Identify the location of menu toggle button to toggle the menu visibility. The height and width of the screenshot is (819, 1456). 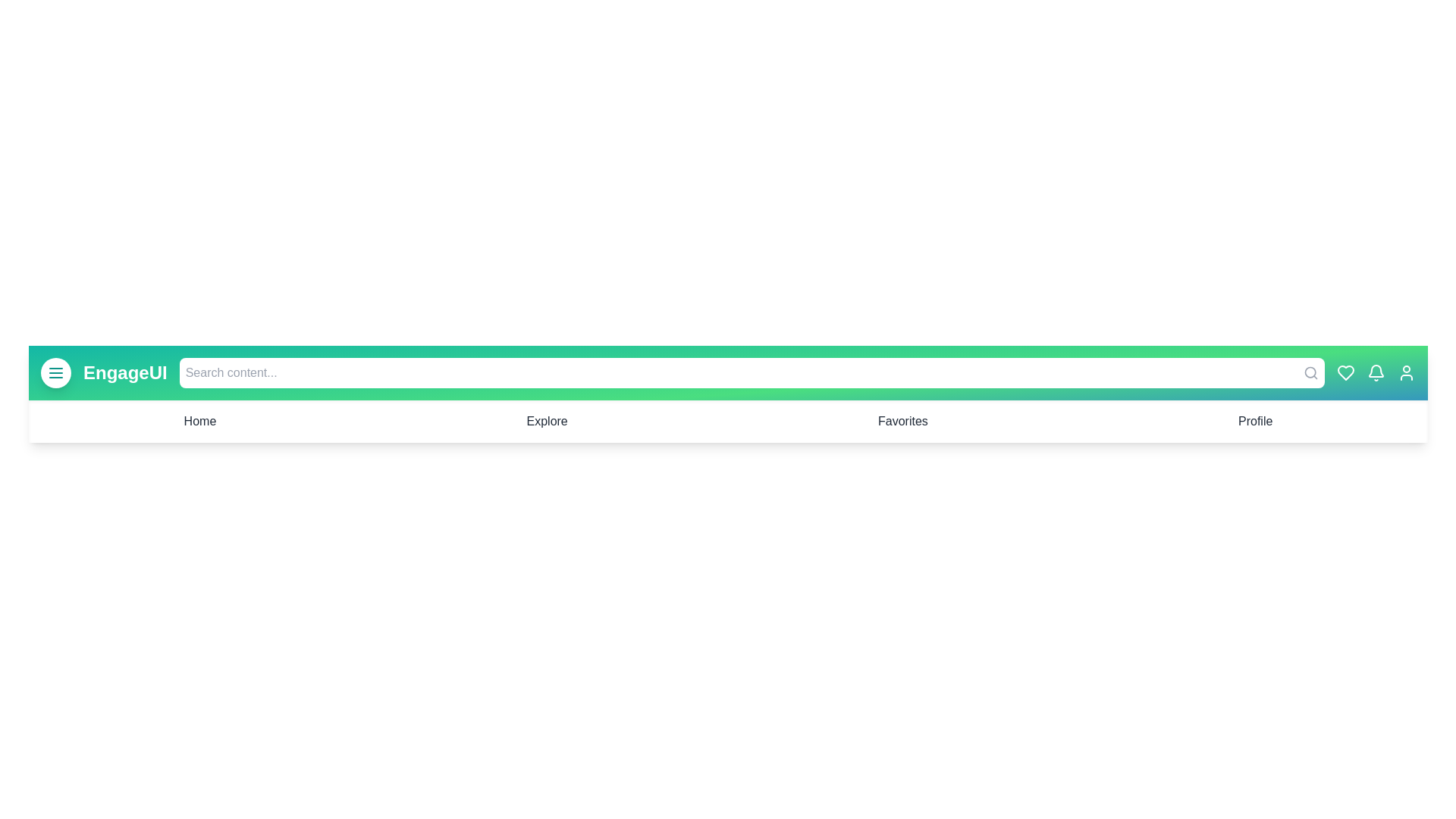
(55, 373).